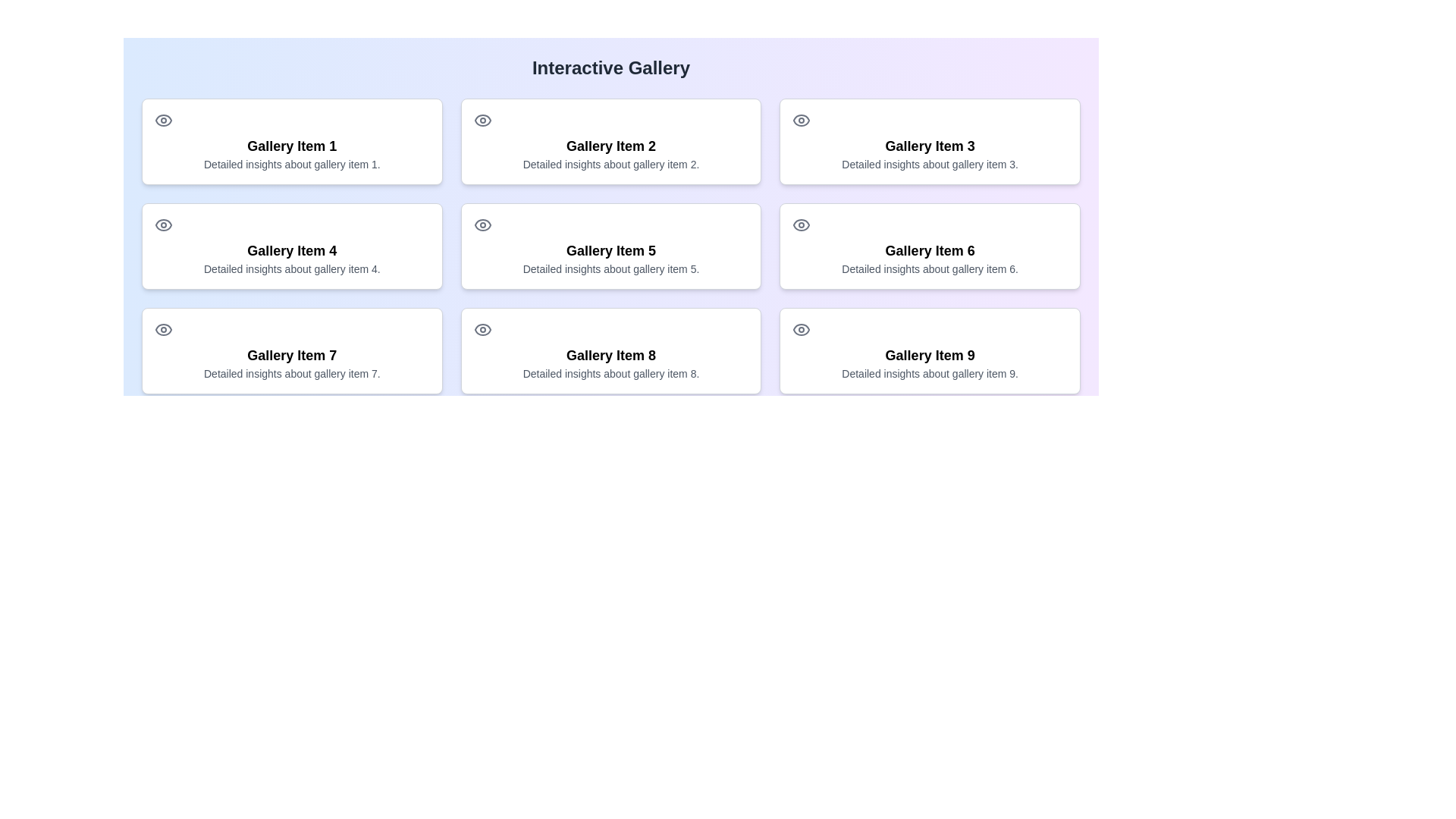  I want to click on the text label styled in small gray font located under the header 'Gallery Item 4' within the bordered card, so click(292, 268).